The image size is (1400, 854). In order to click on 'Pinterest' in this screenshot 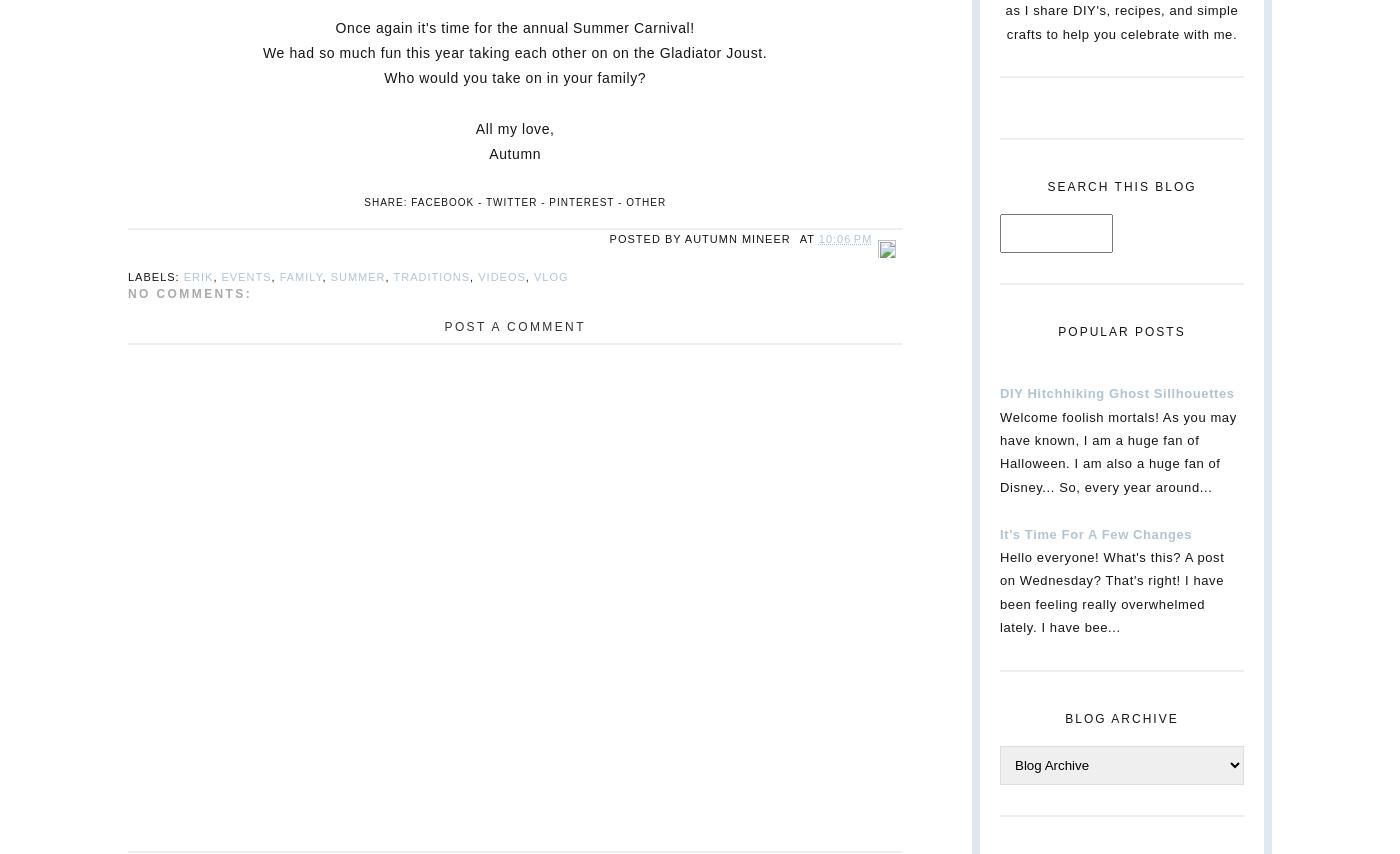, I will do `click(581, 200)`.